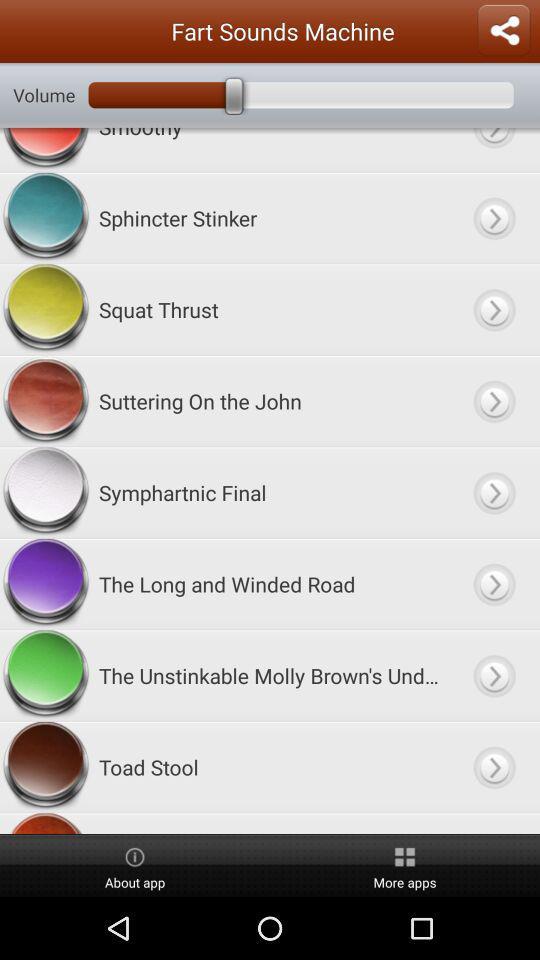 This screenshot has width=540, height=960. Describe the element at coordinates (405, 865) in the screenshot. I see `the more apps icon` at that location.